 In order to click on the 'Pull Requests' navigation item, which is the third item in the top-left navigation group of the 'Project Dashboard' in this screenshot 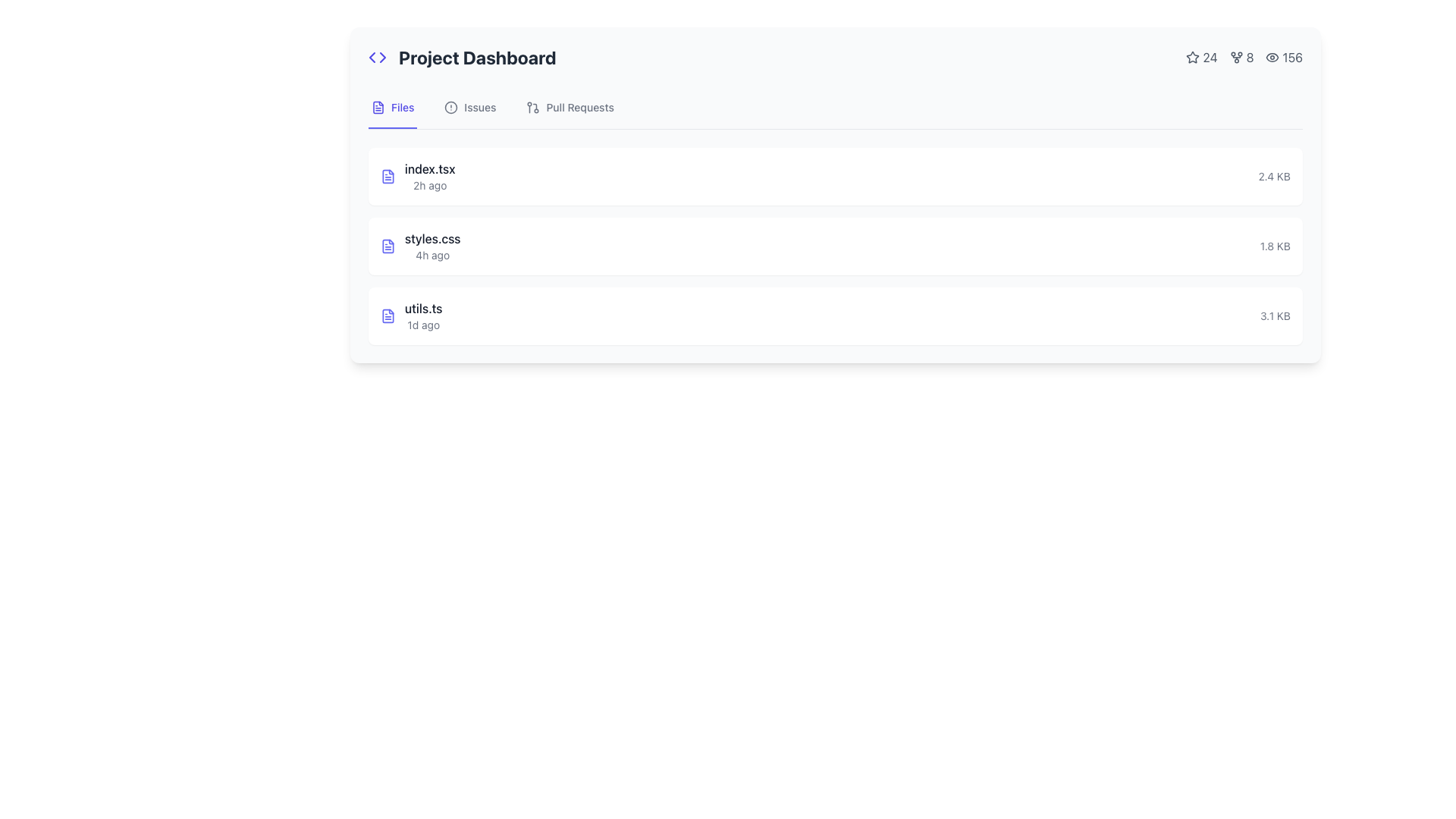, I will do `click(570, 107)`.